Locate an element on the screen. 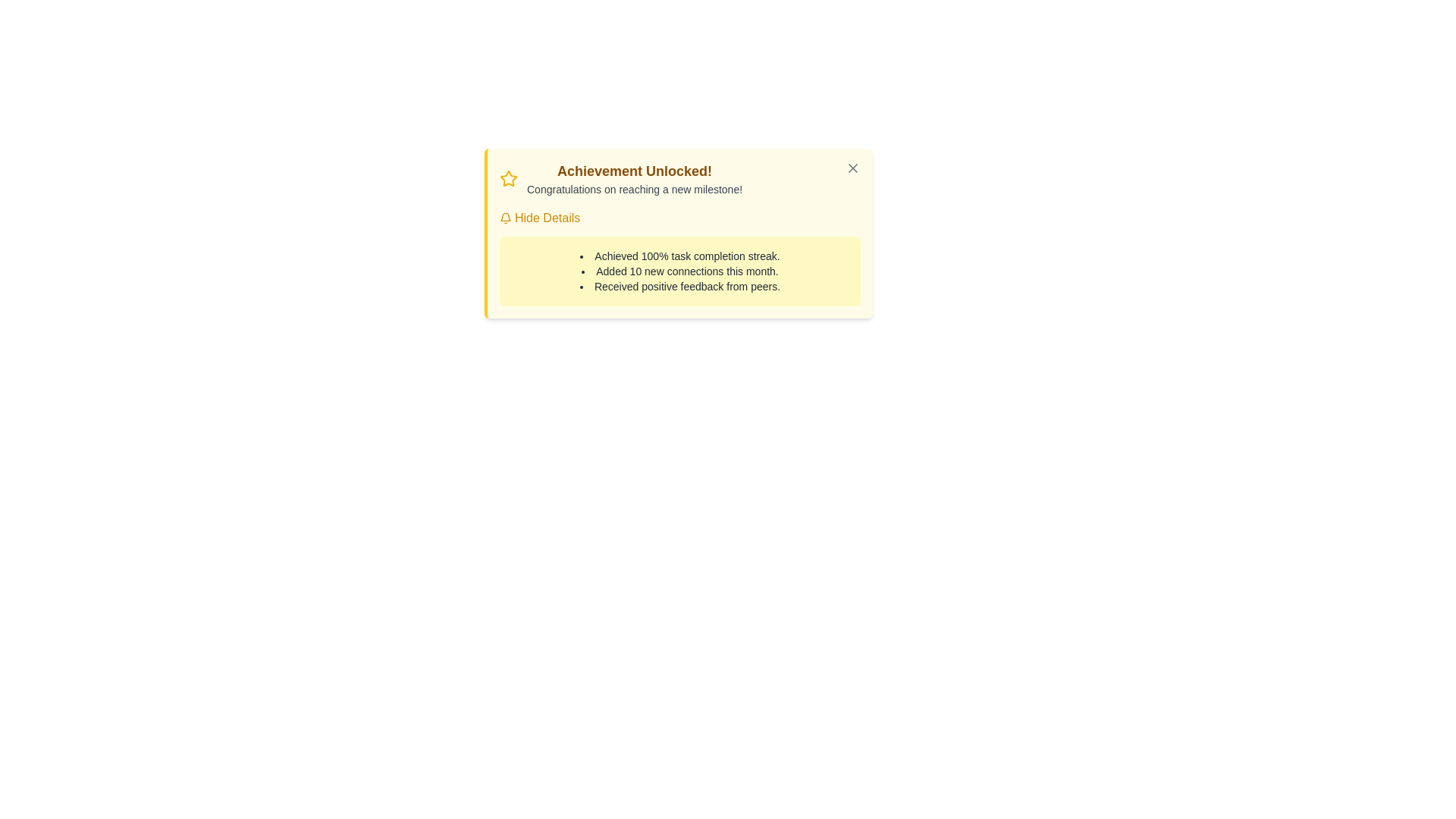  the bell icon indicating notifications, located to the left of the 'Hide Details' text in the notification card is located at coordinates (506, 218).